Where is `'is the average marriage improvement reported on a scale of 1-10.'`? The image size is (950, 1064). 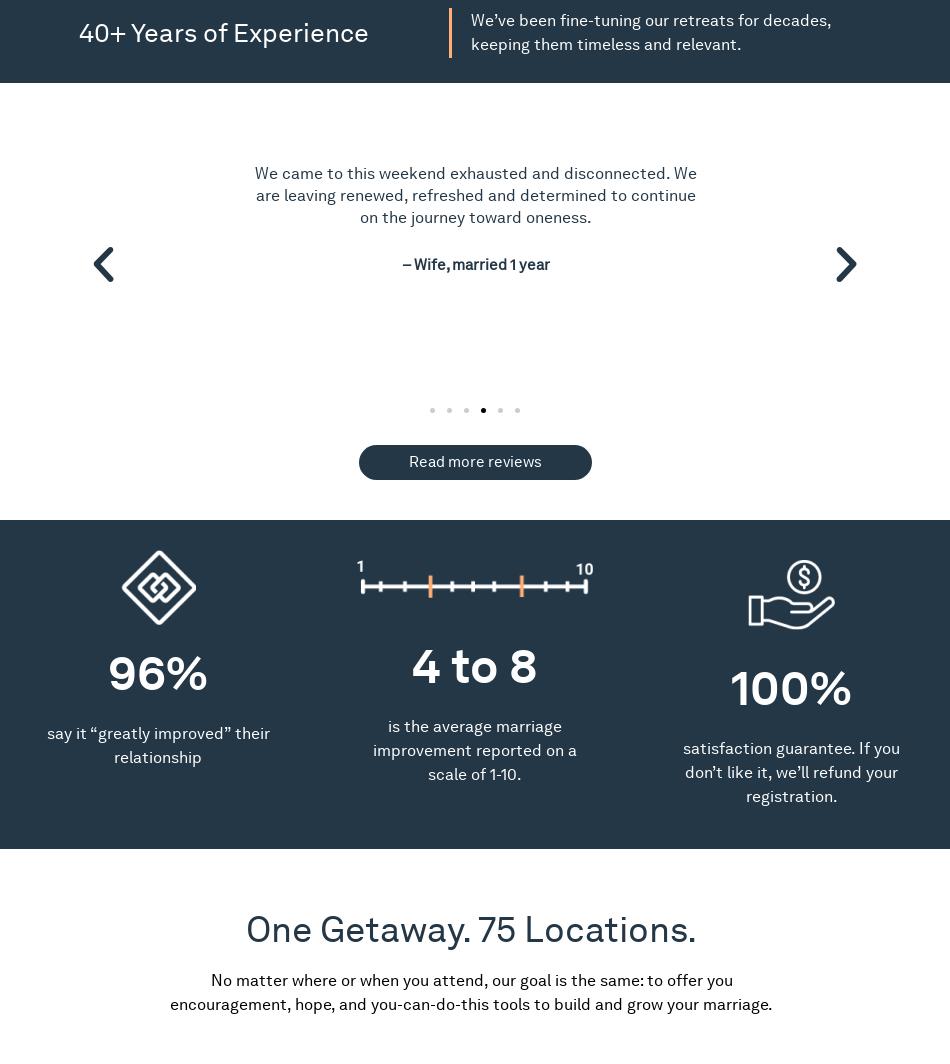 'is the average marriage improvement reported on a scale of 1-10.' is located at coordinates (371, 750).